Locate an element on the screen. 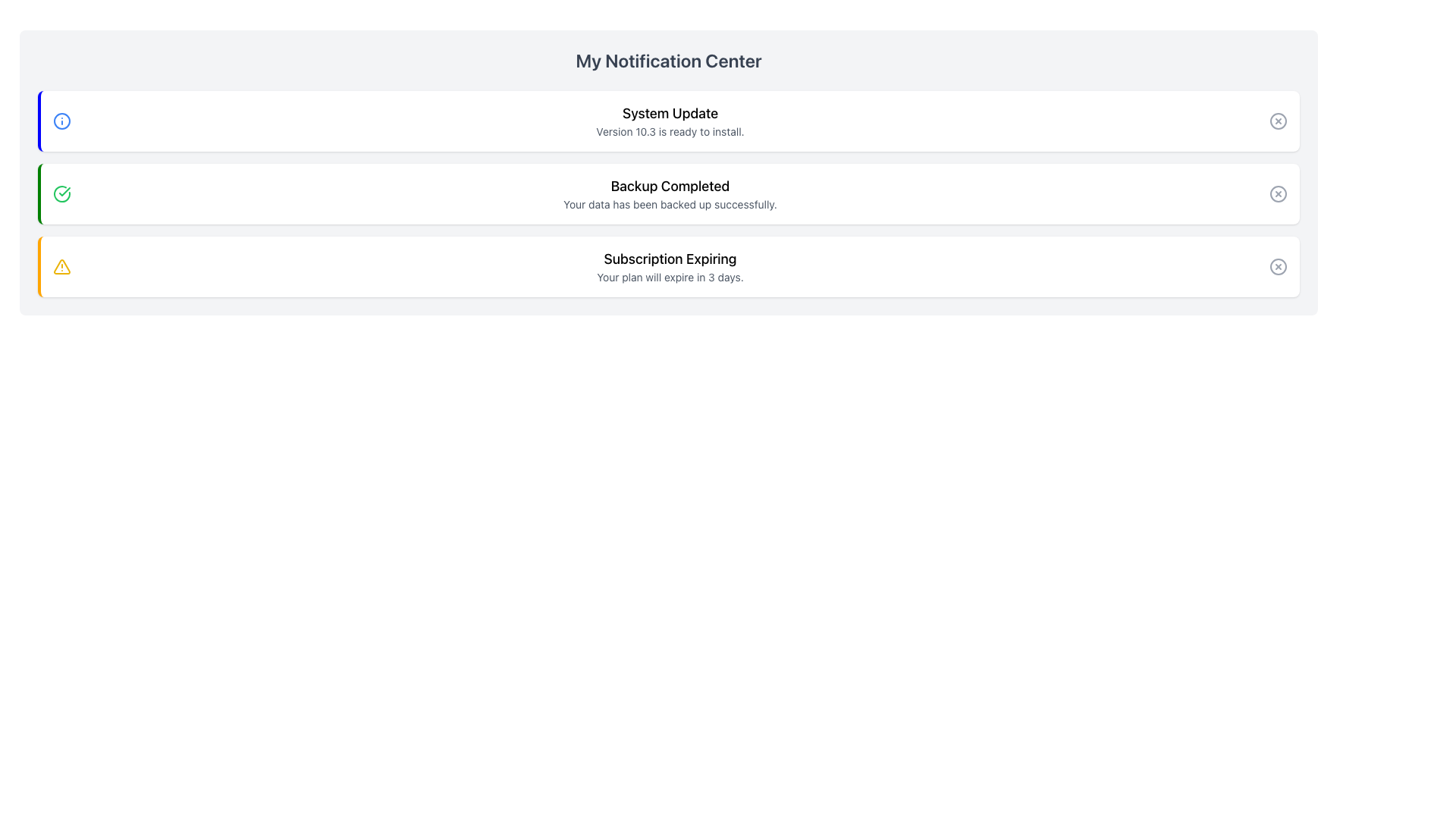  the text label notification titled 'System Update' which has a bold header and a subheading about version 10.3 being ready to install is located at coordinates (669, 120).